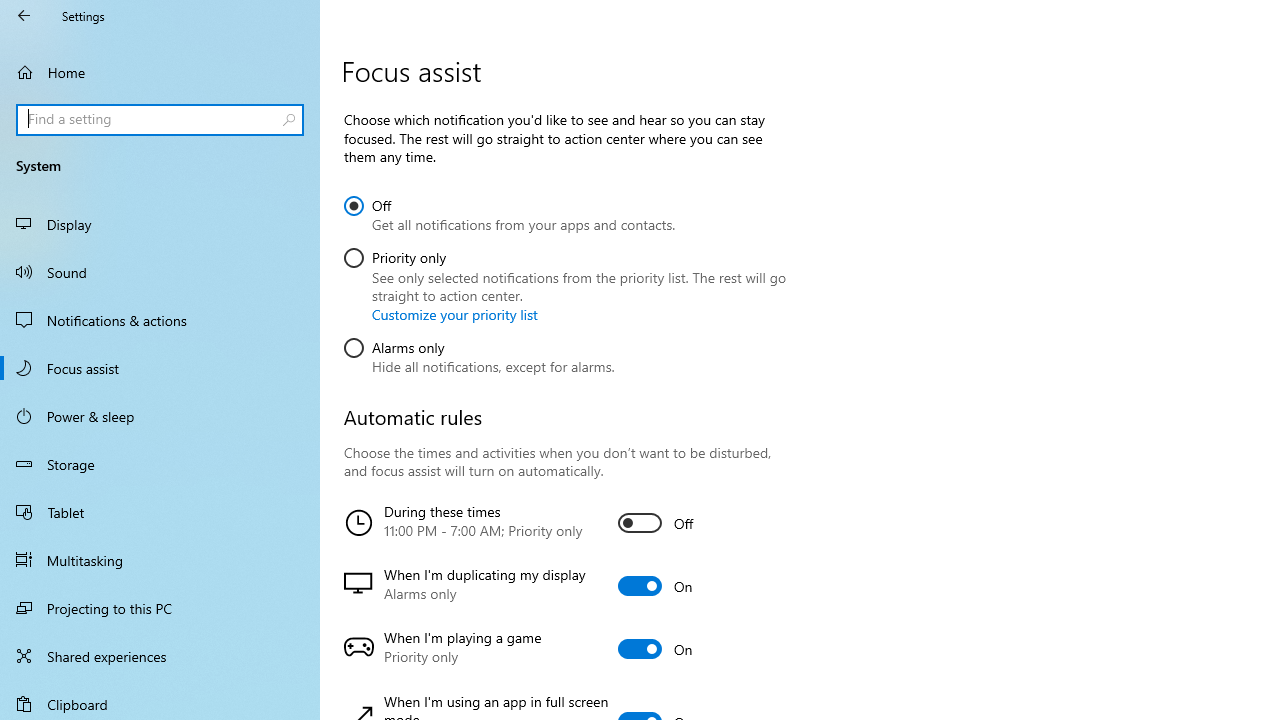  I want to click on 'Shared experiences', so click(160, 655).